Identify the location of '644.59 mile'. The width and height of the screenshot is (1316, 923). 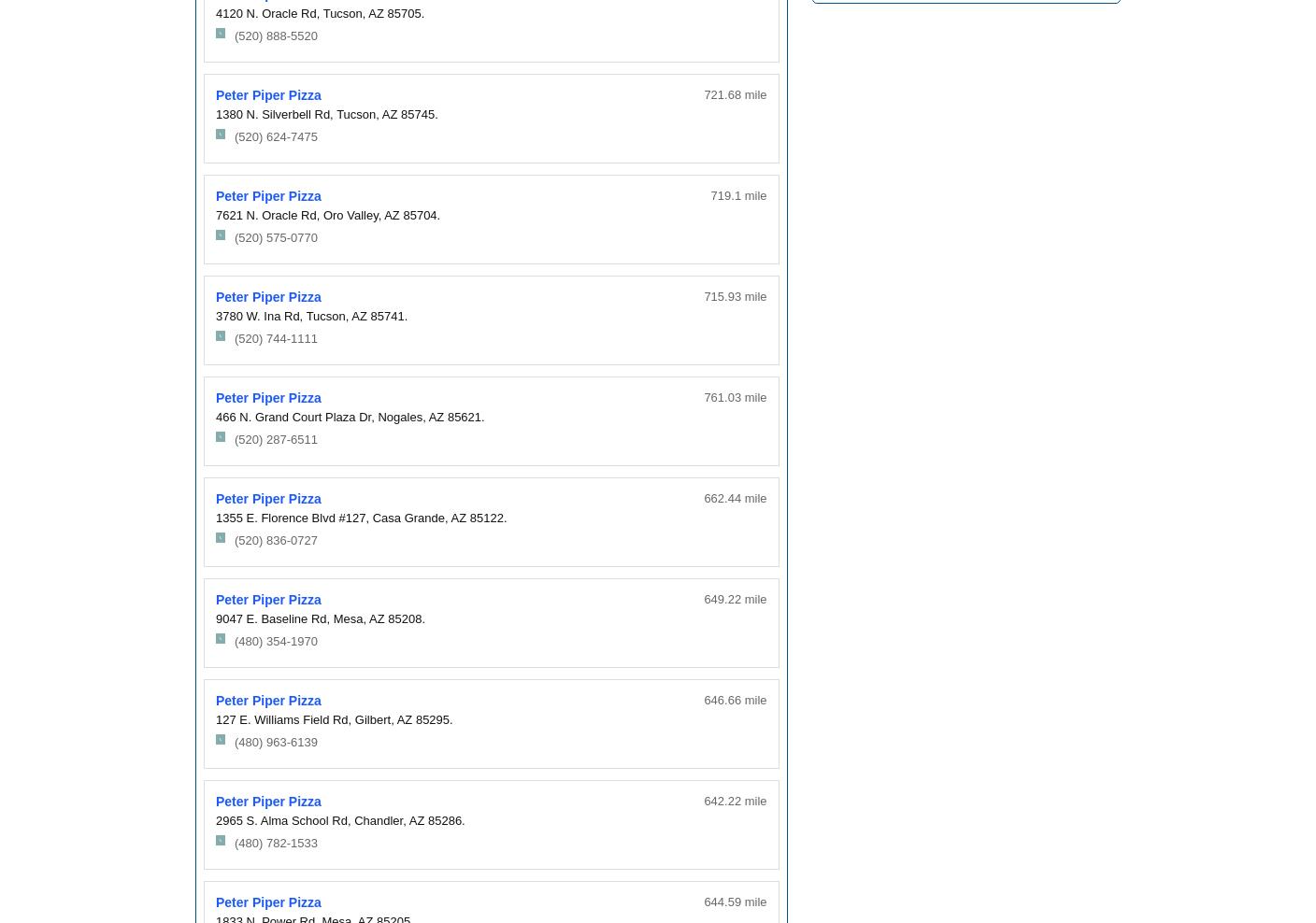
(734, 901).